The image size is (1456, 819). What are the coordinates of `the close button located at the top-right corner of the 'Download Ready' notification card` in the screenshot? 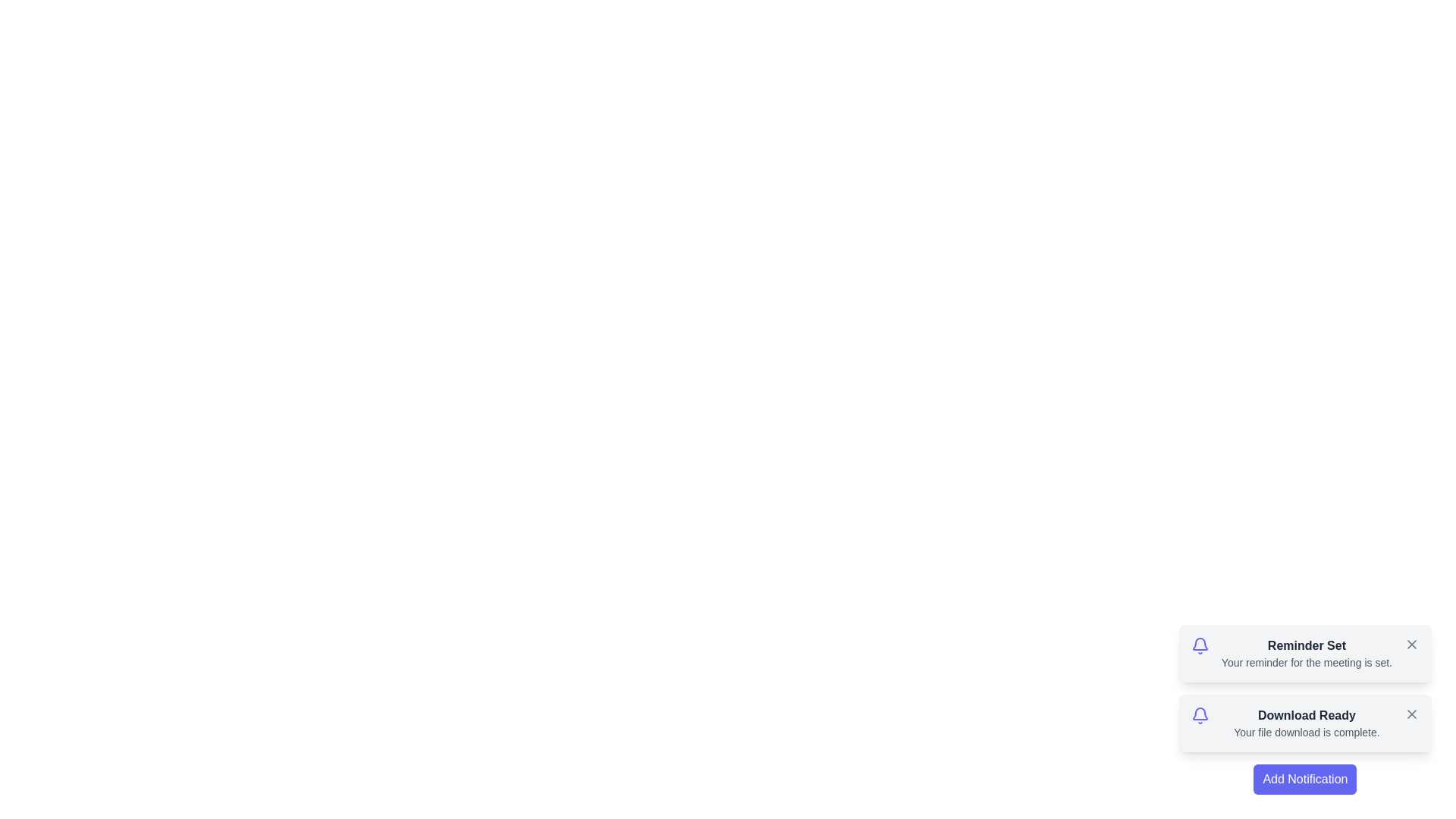 It's located at (1411, 714).